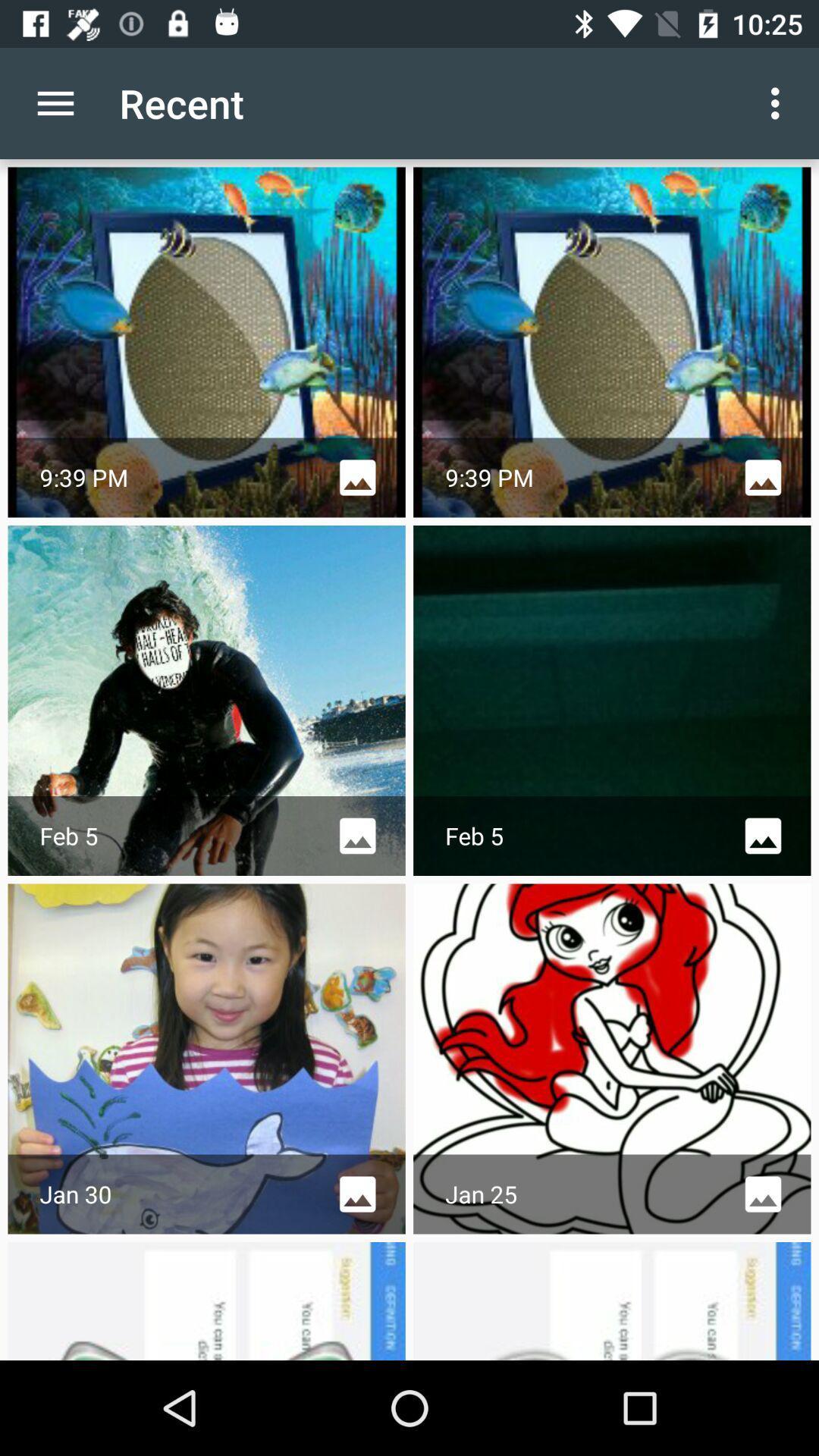  Describe the element at coordinates (611, 1058) in the screenshot. I see `the sixth image of the page` at that location.